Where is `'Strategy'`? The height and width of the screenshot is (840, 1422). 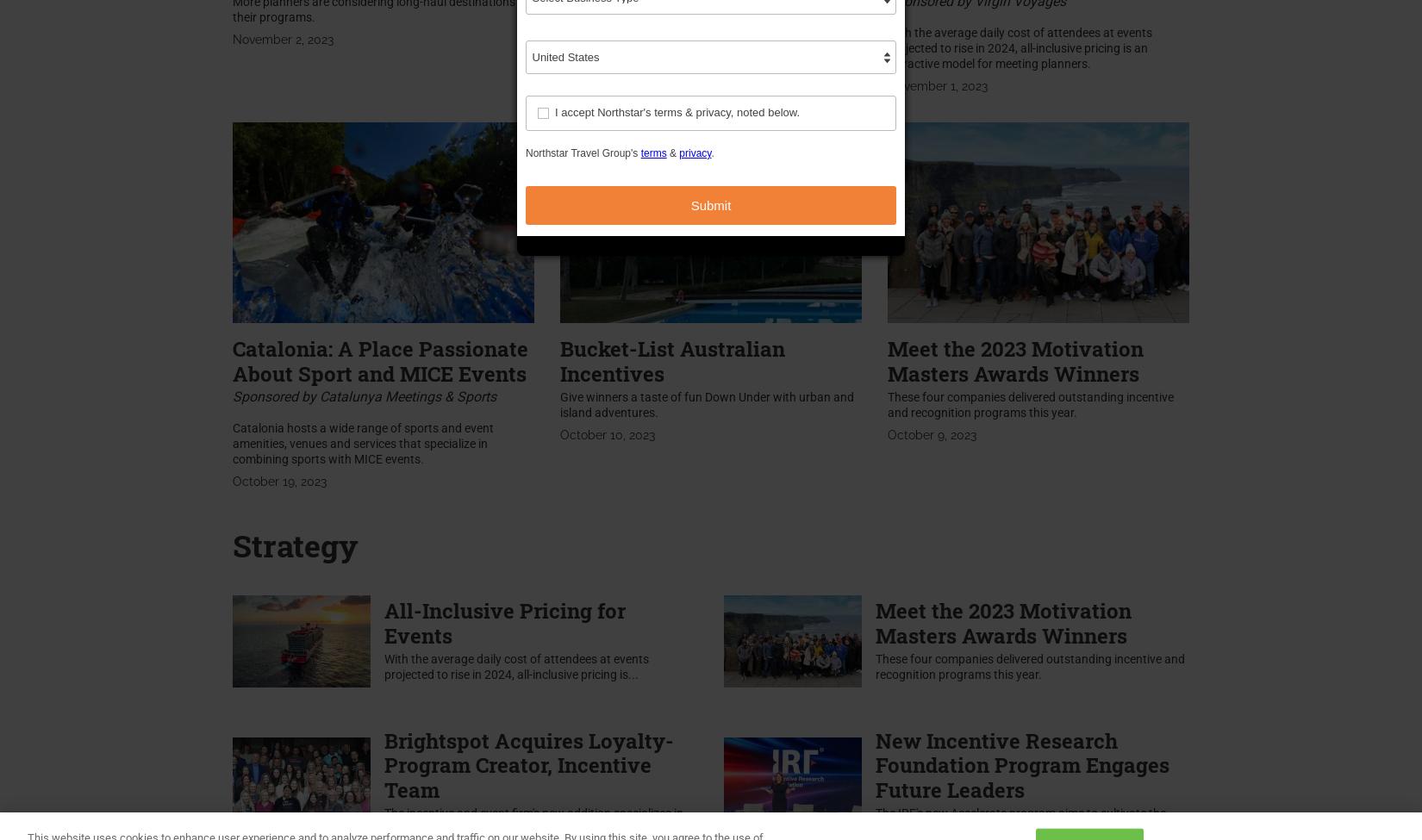
'Strategy' is located at coordinates (296, 544).